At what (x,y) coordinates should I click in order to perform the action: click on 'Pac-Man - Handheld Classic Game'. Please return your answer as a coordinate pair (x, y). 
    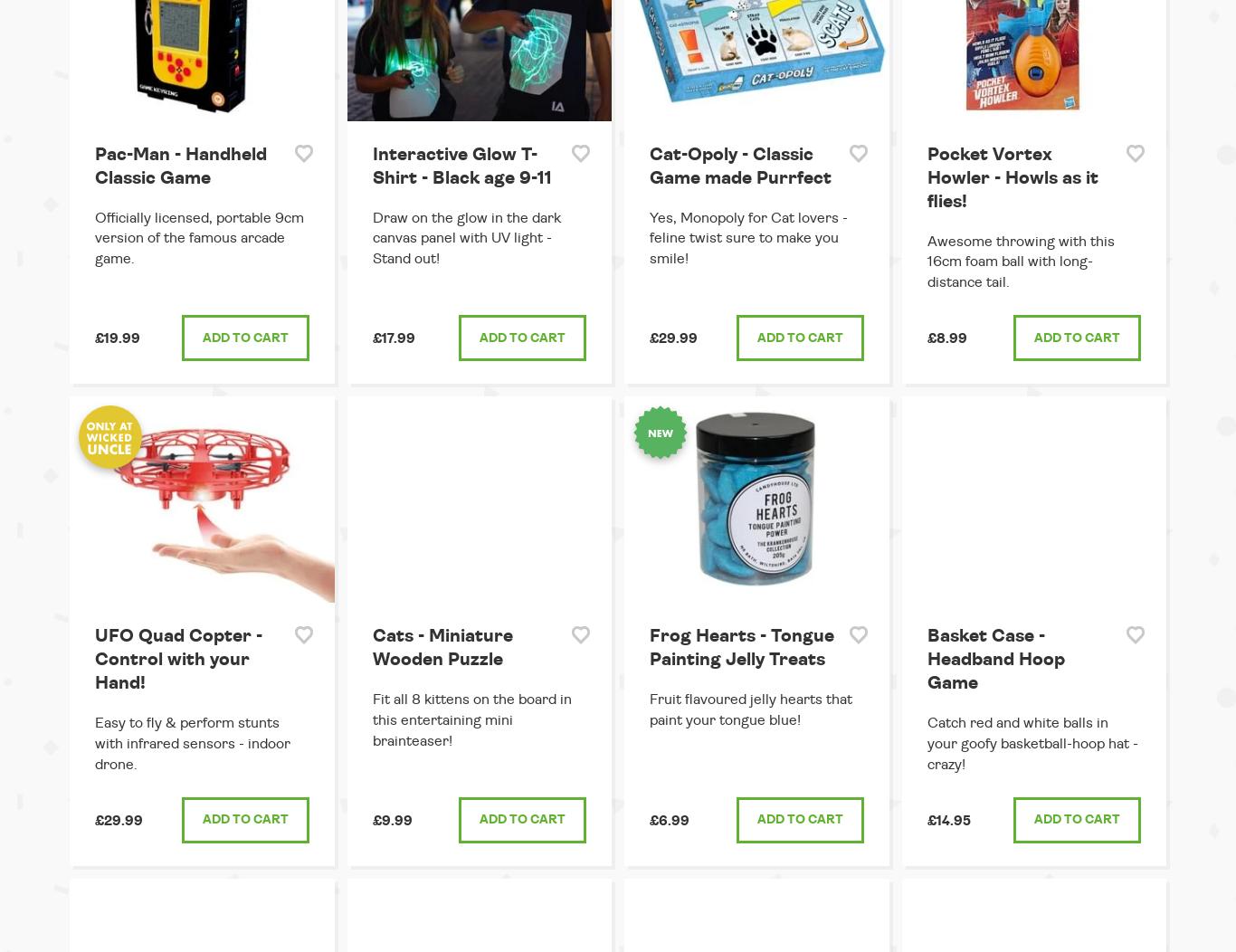
    Looking at the image, I should click on (179, 166).